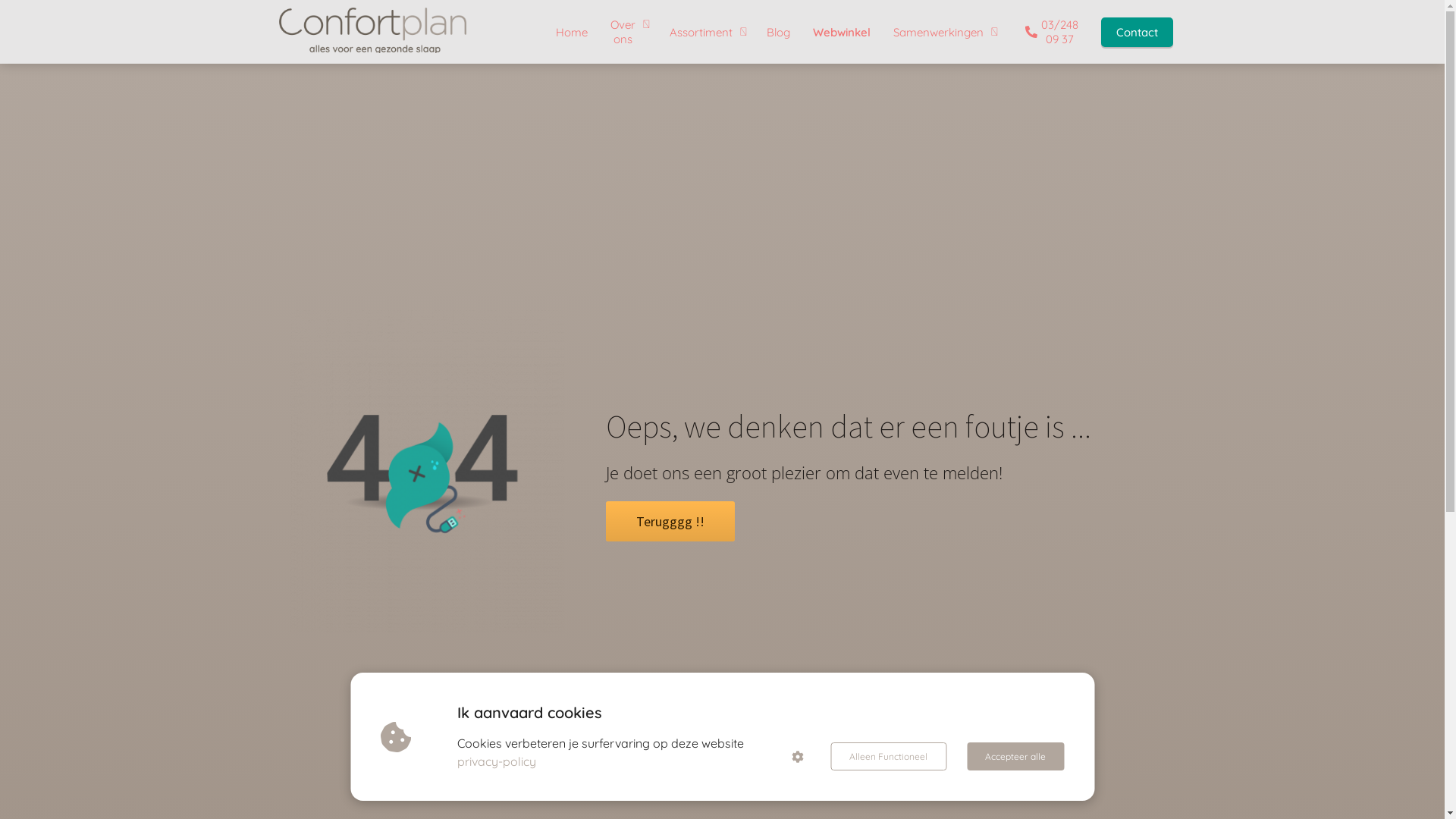  What do you see at coordinates (778, 32) in the screenshot?
I see `'Blog'` at bounding box center [778, 32].